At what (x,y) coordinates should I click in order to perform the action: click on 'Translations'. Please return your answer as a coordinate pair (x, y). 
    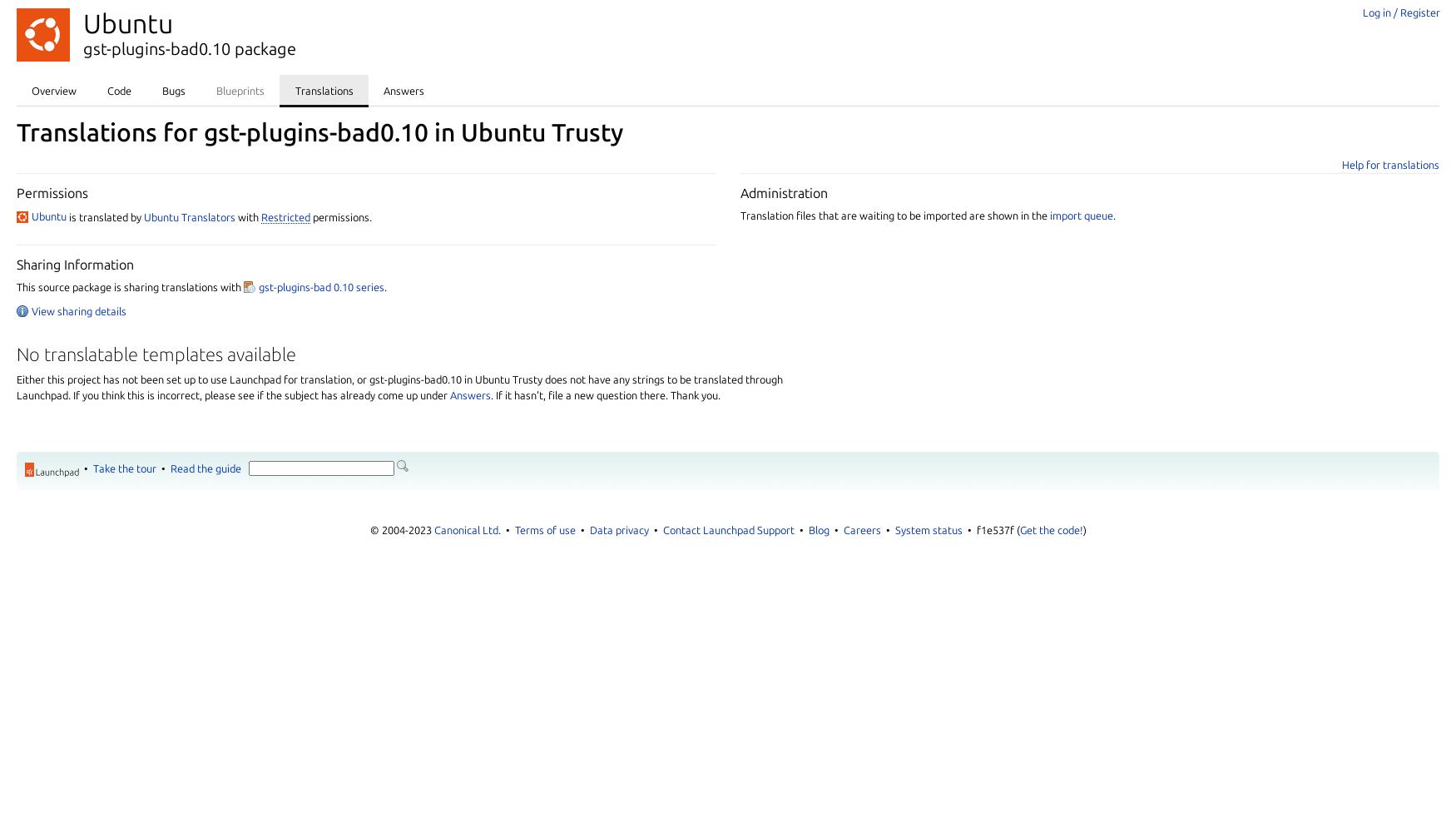
    Looking at the image, I should click on (323, 89).